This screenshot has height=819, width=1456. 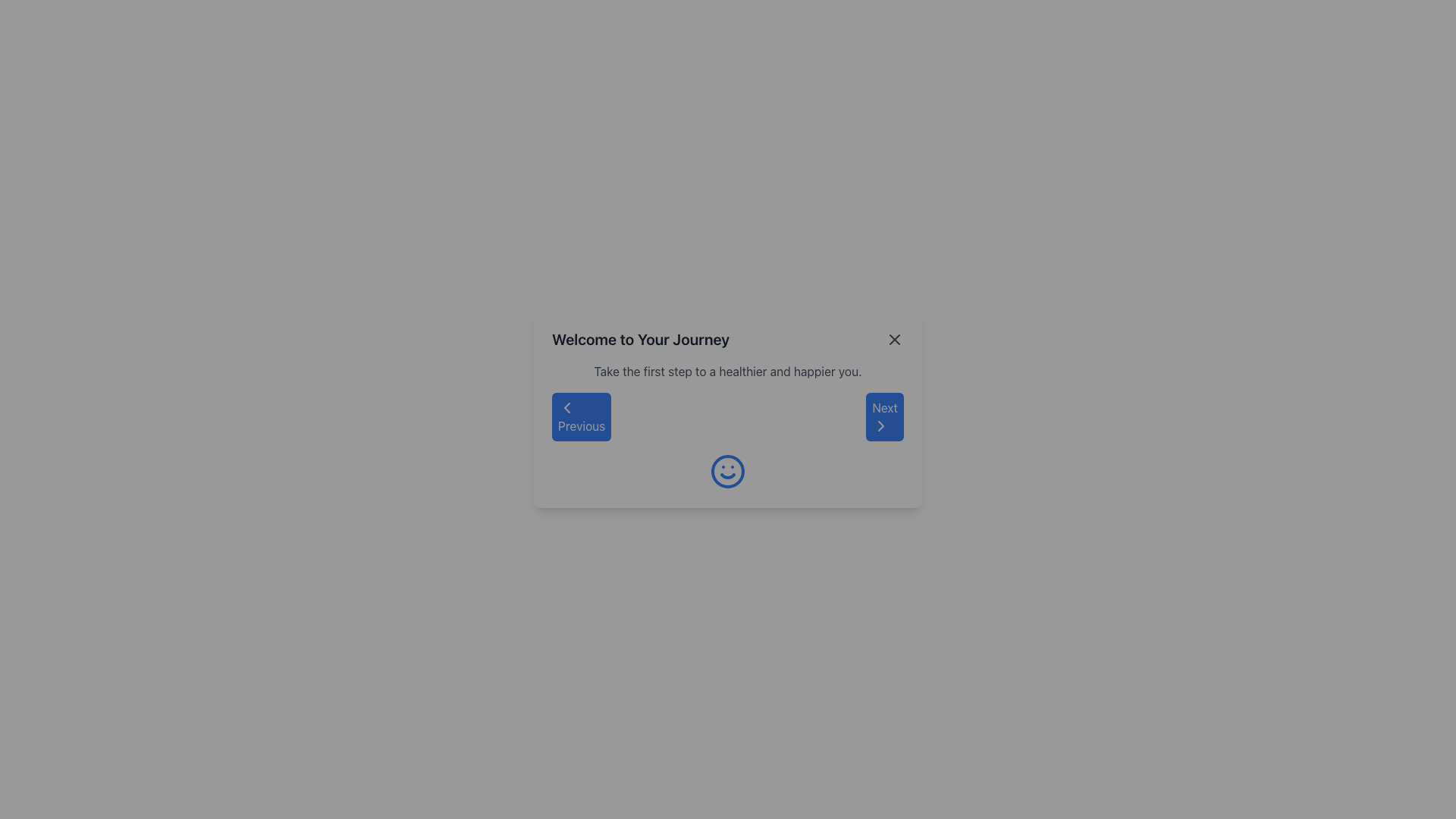 I want to click on the close icon button located at the top right corner of the dialog box titled 'Welcome to Your Journey', so click(x=895, y=338).